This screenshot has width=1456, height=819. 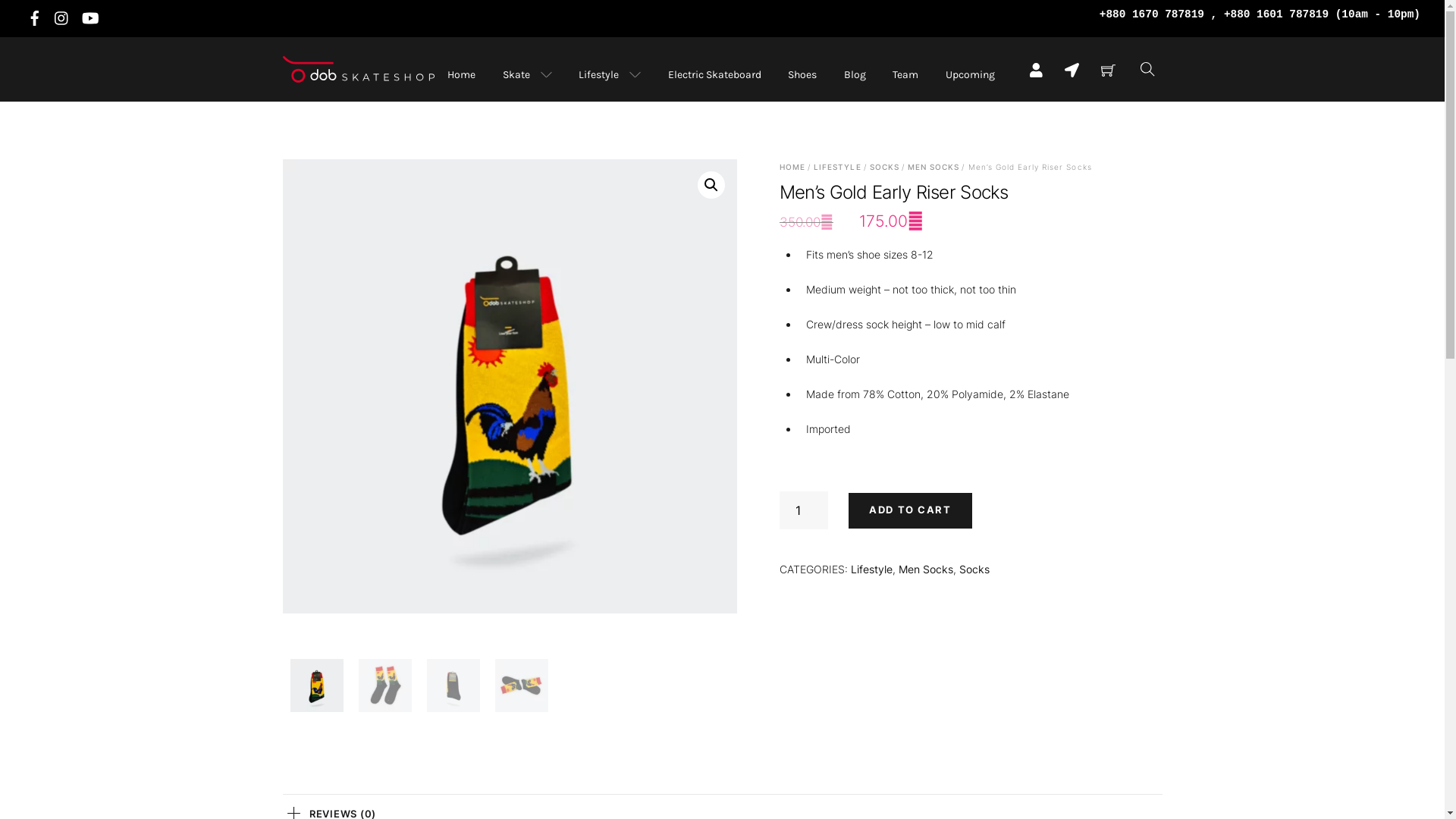 What do you see at coordinates (526, 74) in the screenshot?
I see `'Skate'` at bounding box center [526, 74].